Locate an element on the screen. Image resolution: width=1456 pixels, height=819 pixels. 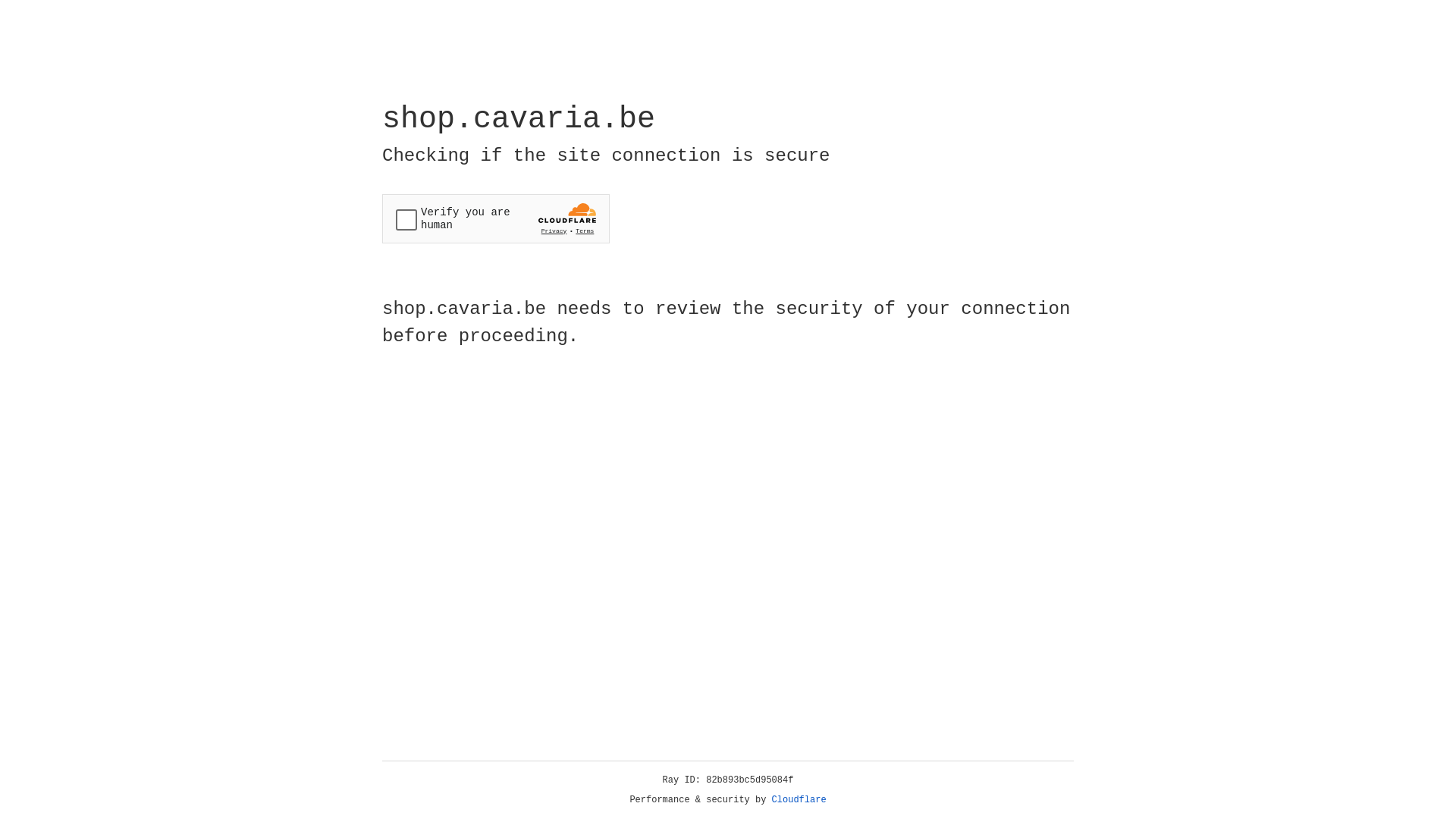
'Cloudflare' is located at coordinates (799, 799).